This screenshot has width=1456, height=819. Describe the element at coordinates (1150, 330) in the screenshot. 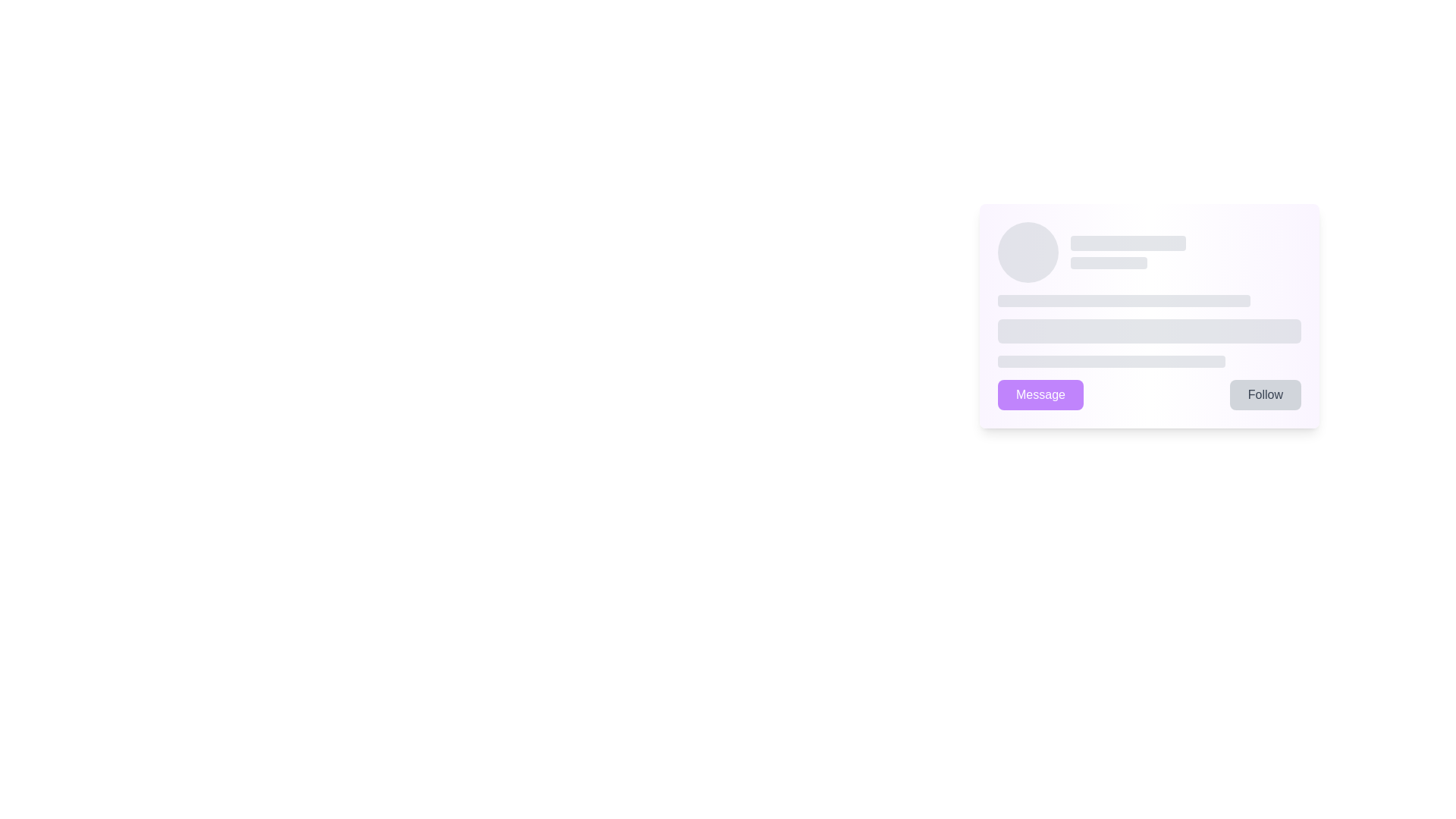

I see `the Skeleton loader element, which consists of three vertically stacked, horizontally centered, rounded rectangles in light gray, with varying lengths from long to short` at that location.